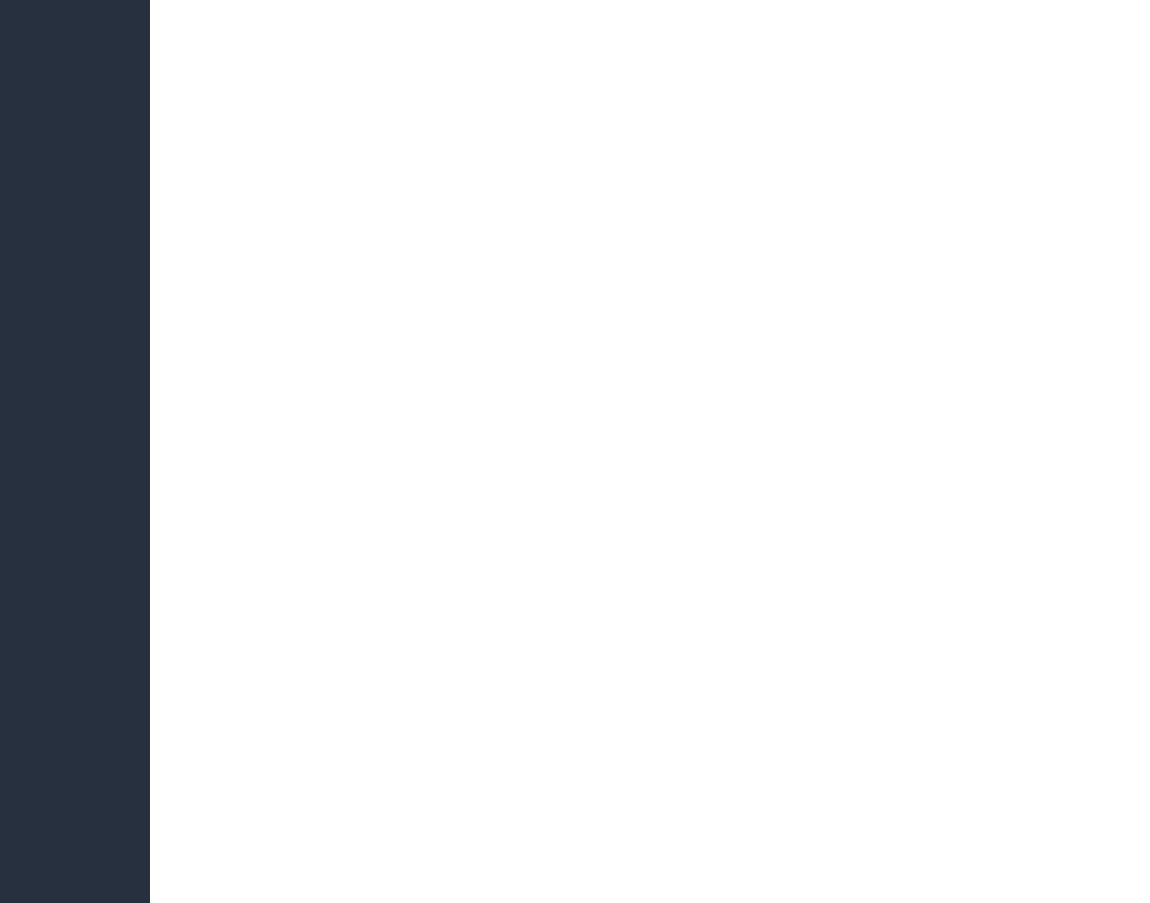  What do you see at coordinates (236, 38) in the screenshot?
I see `'18. May 2015, 08:08'` at bounding box center [236, 38].